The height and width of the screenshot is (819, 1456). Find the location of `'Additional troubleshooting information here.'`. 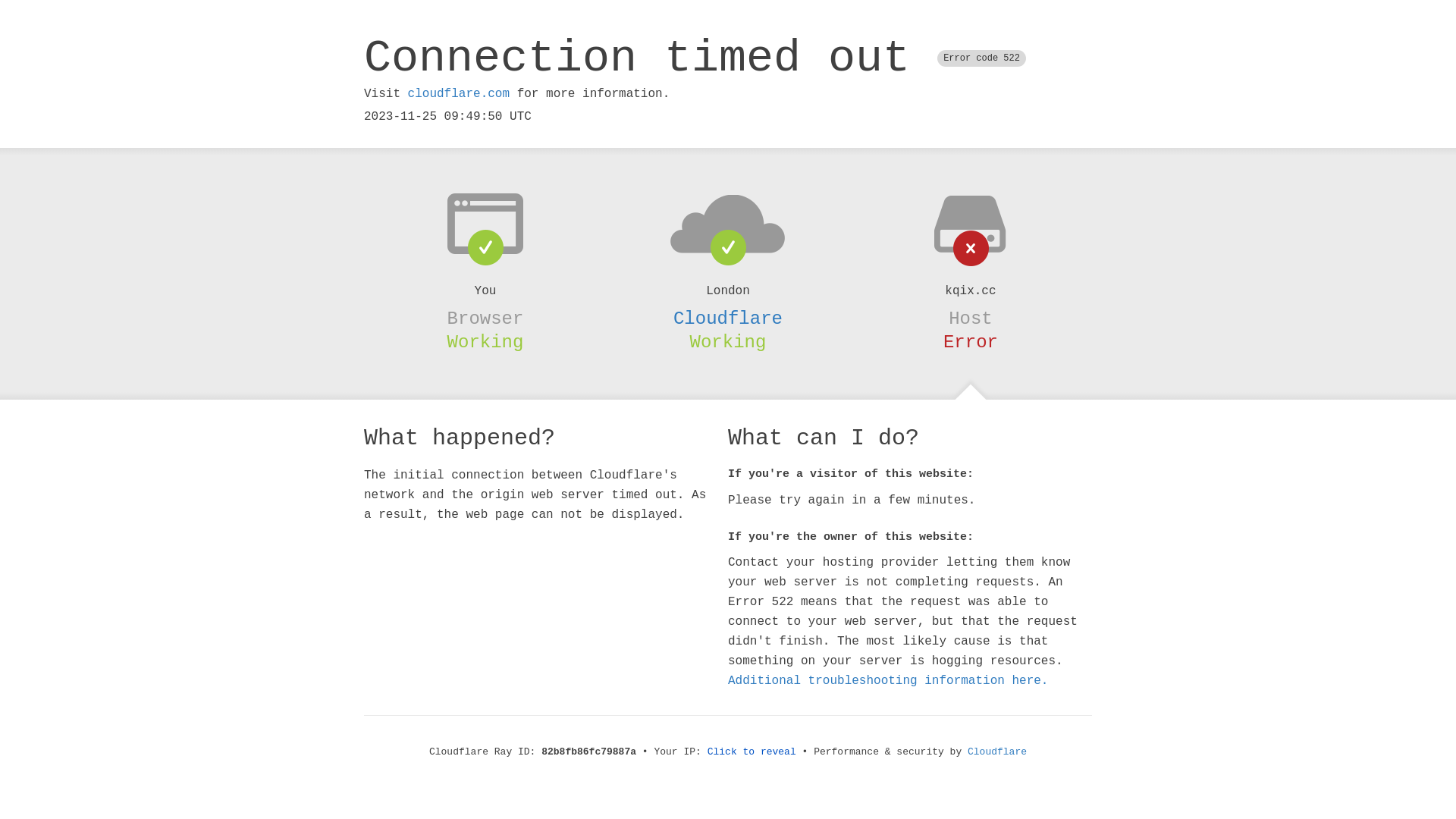

'Additional troubleshooting information here.' is located at coordinates (888, 680).